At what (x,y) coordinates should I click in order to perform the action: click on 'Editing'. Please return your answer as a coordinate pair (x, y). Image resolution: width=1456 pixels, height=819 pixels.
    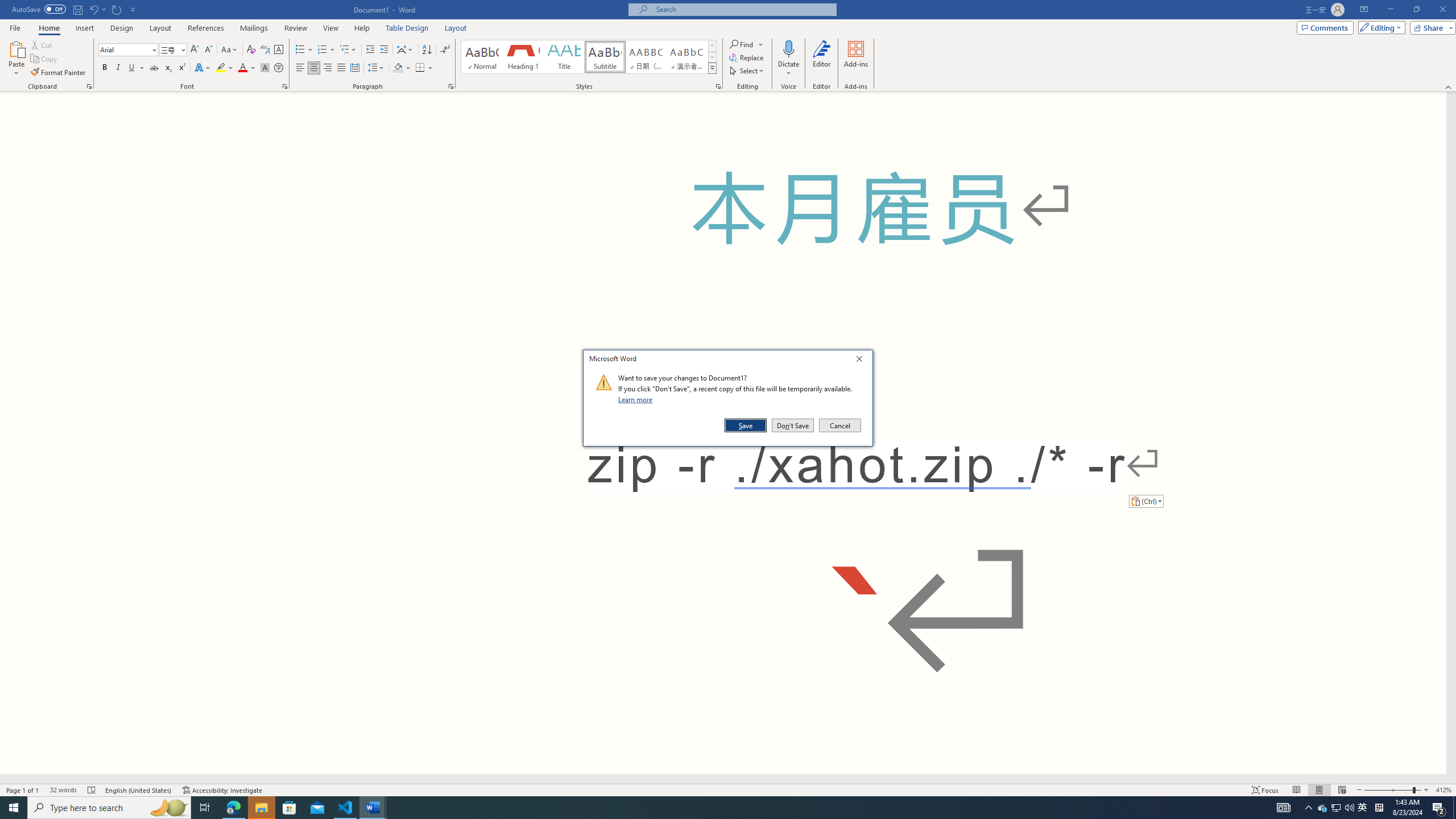
    Looking at the image, I should click on (1379, 27).